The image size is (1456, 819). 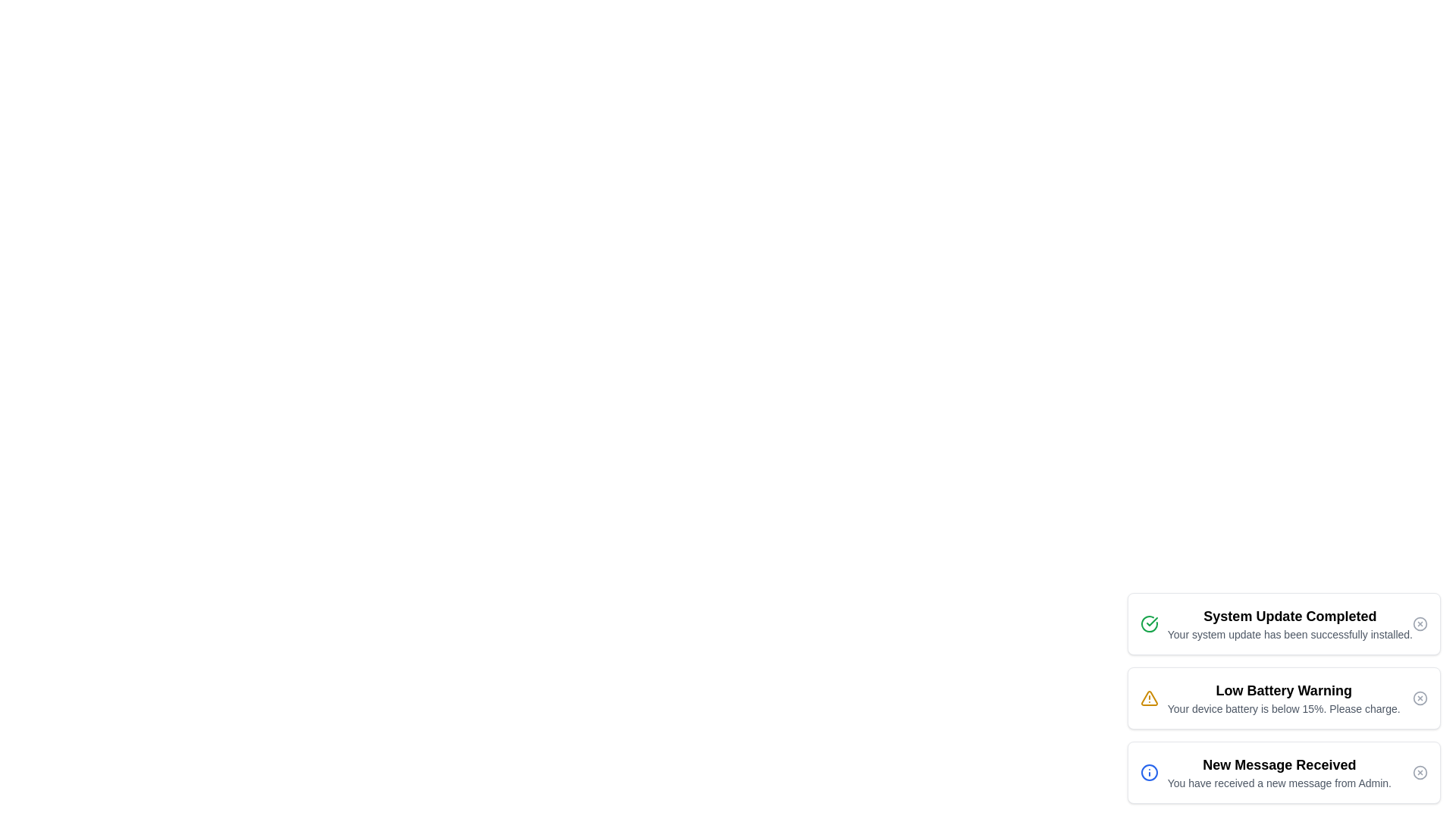 I want to click on the graphical circle located at the bottom-right corner of the 'New Message Received' notification card, which has a white fill and a black border, so click(x=1419, y=772).